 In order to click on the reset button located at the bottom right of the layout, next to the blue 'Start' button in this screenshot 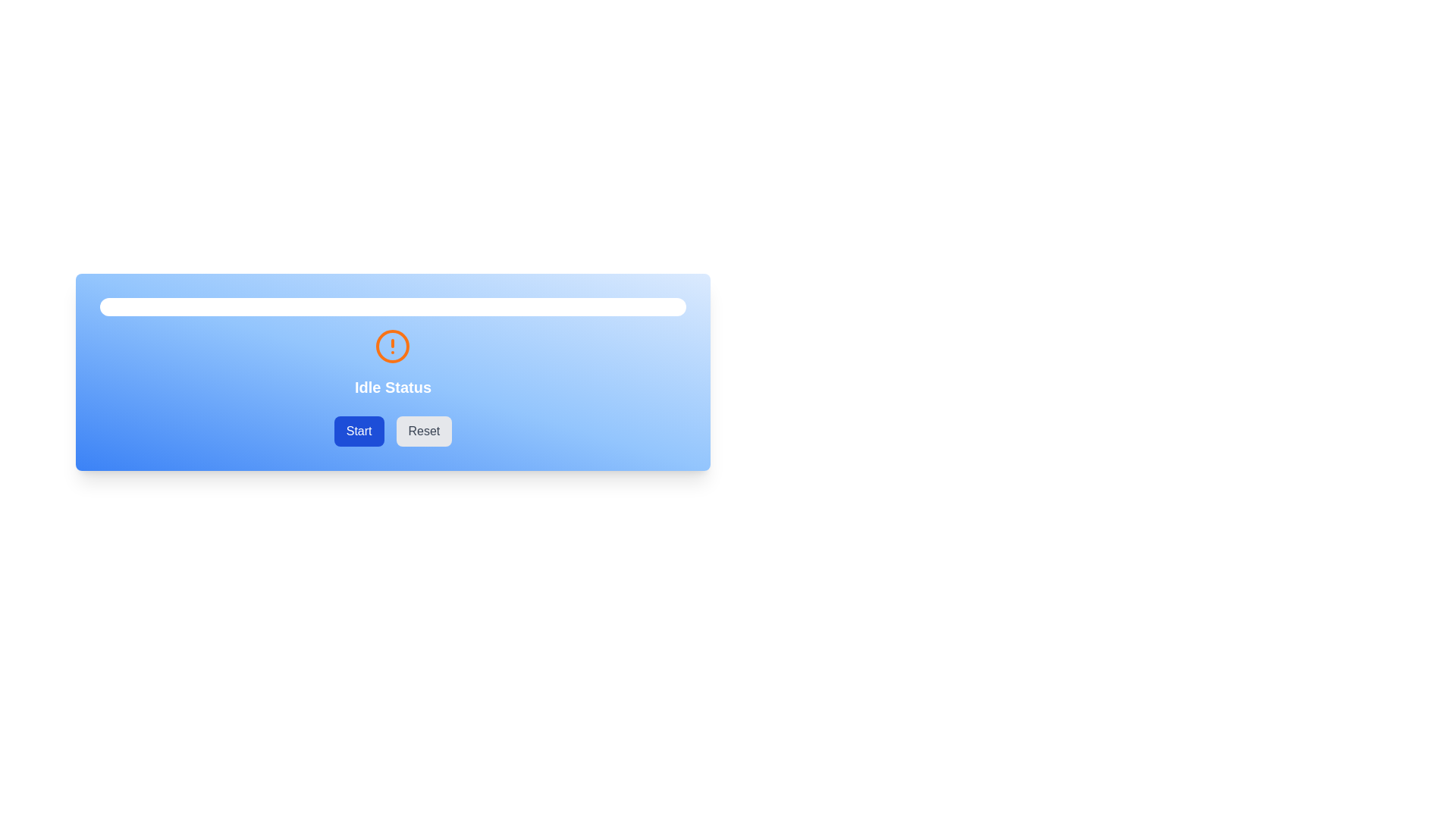, I will do `click(424, 431)`.